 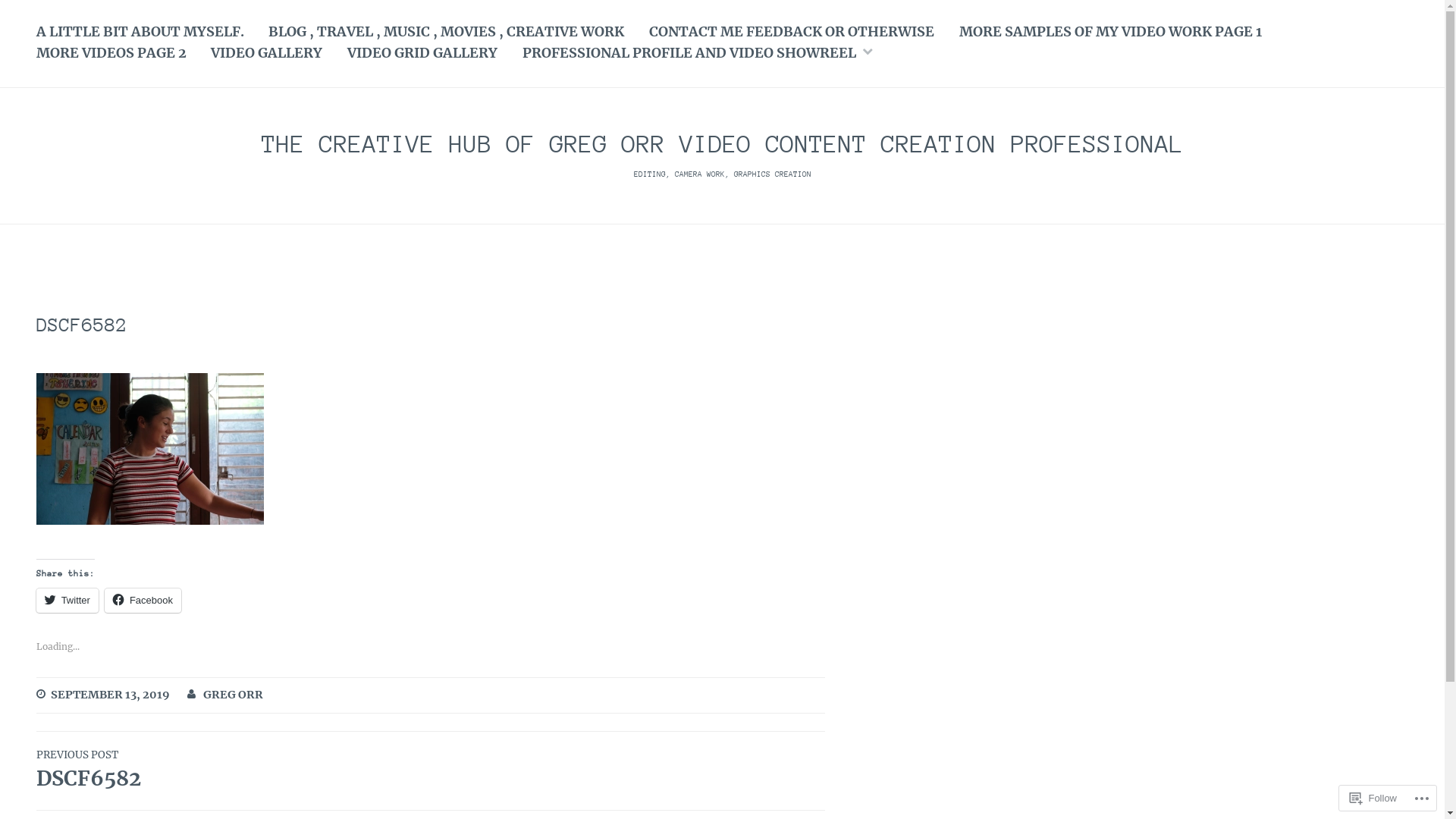 I want to click on 'SEPTEMBER 13, 2019', so click(x=109, y=695).